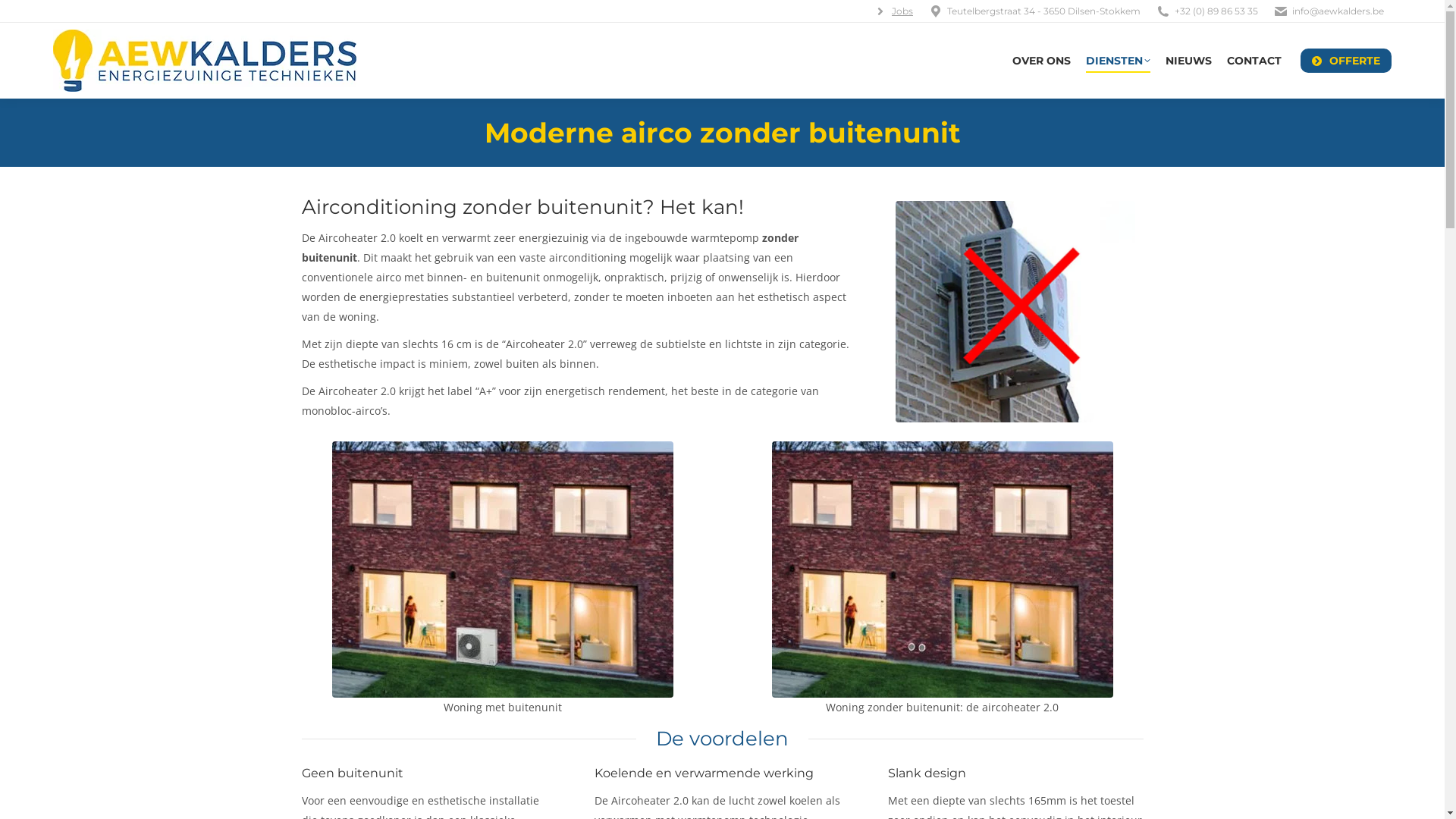 This screenshot has height=819, width=1456. Describe the element at coordinates (1188, 60) in the screenshot. I see `'NIEUWS'` at that location.